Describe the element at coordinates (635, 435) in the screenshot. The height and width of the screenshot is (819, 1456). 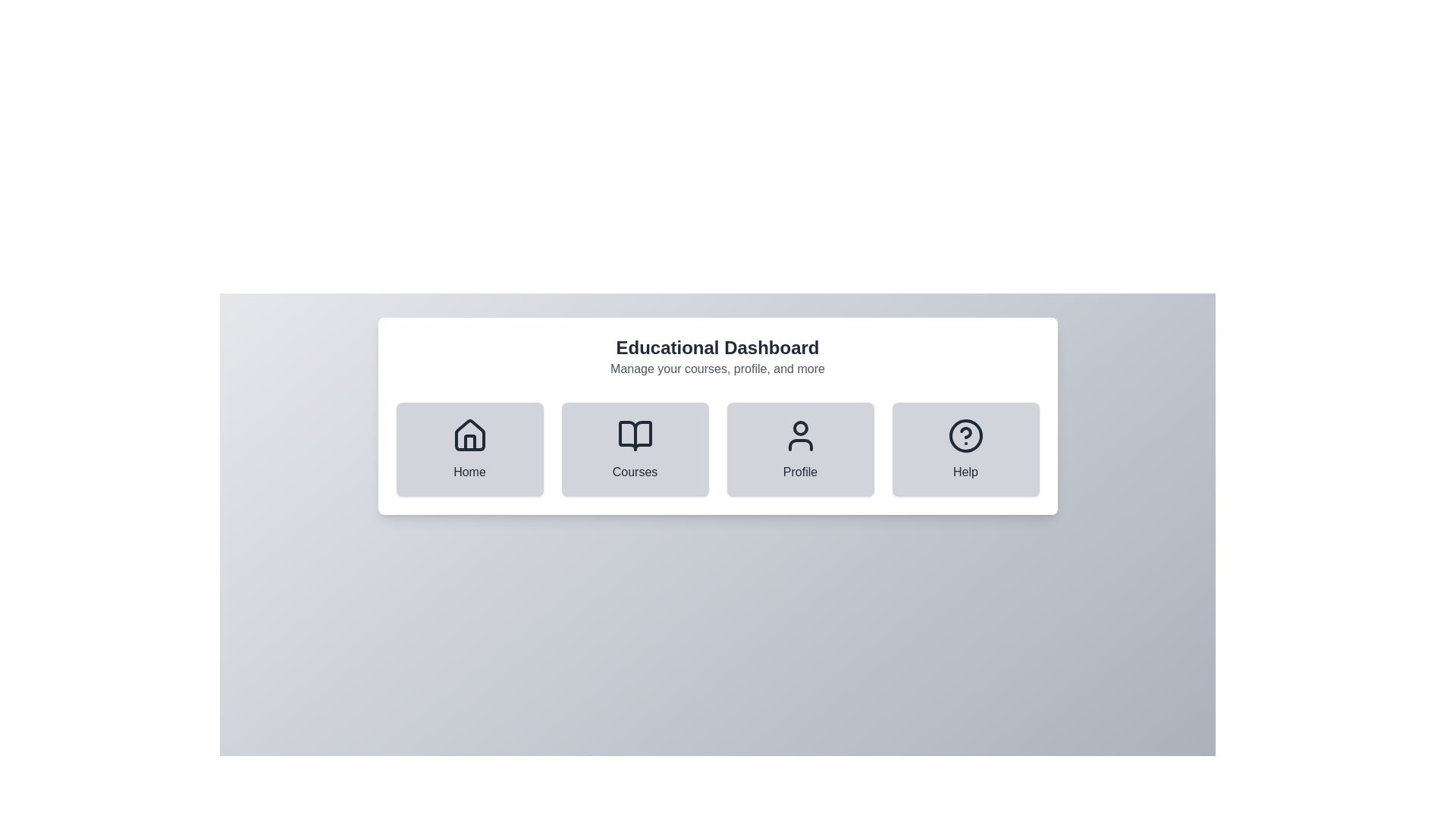
I see `the book icon located at the center-top of the 'Courses' card in the navigation section of the 'Educational Dashboard'` at that location.